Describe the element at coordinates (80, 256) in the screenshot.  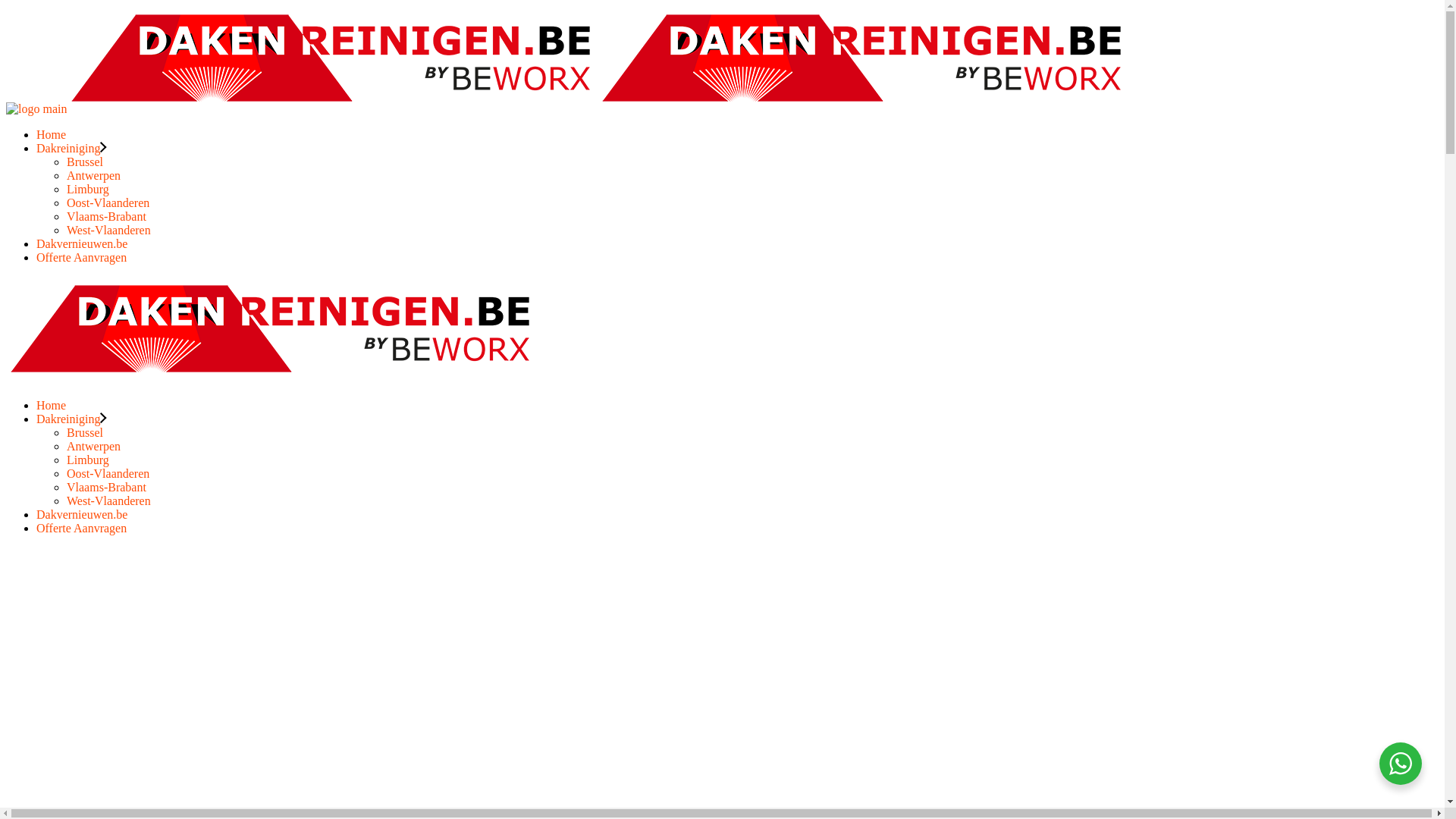
I see `'Offerte Aanvragen'` at that location.